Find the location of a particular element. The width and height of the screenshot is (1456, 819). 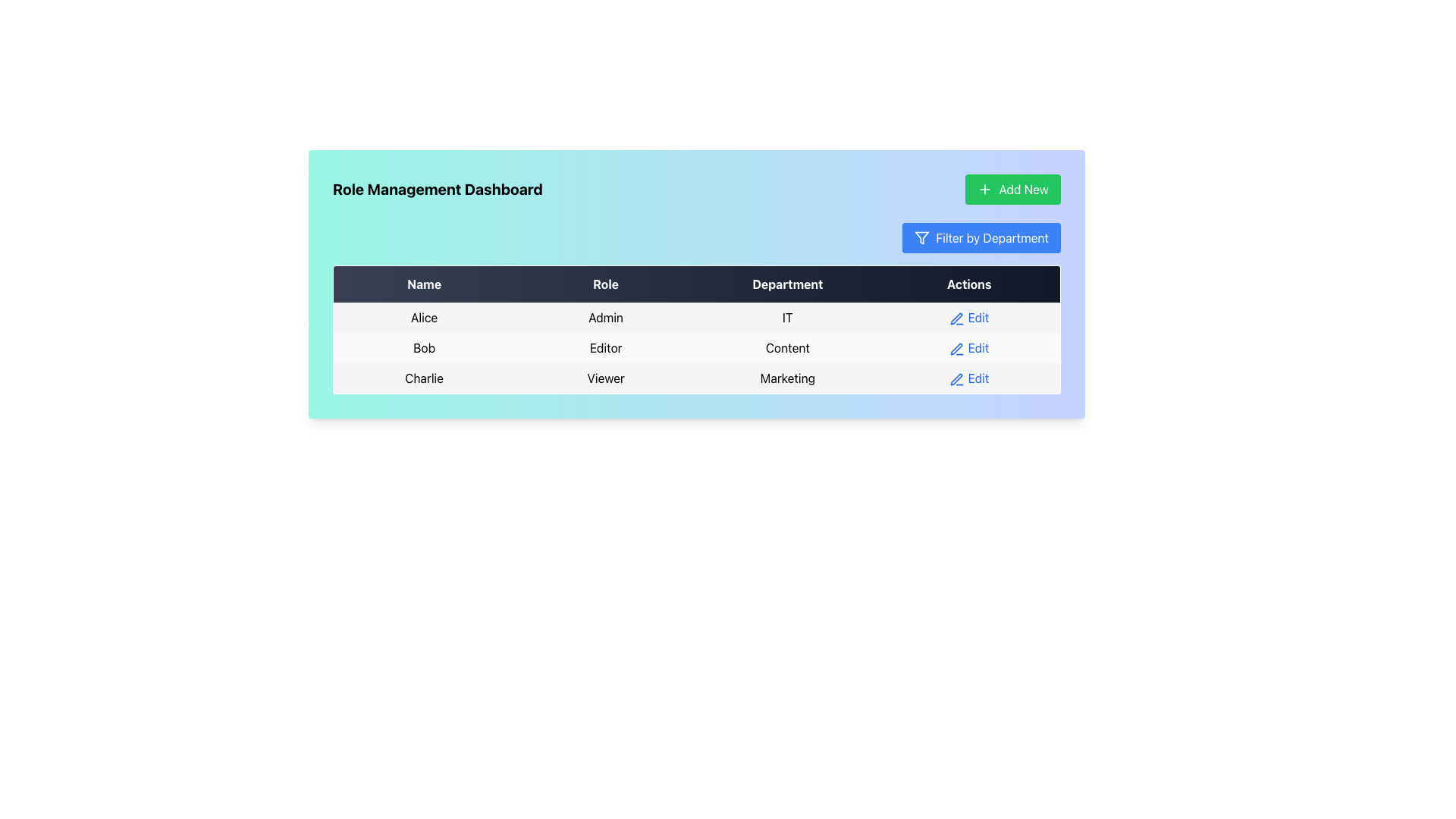

the 'Department' table header cell, which is a dark rectangular label with the bold word 'Department' in white, positioned centrally in the header row of the table. This element is the third column header, located between 'Role' and 'Actions' headers is located at coordinates (787, 284).